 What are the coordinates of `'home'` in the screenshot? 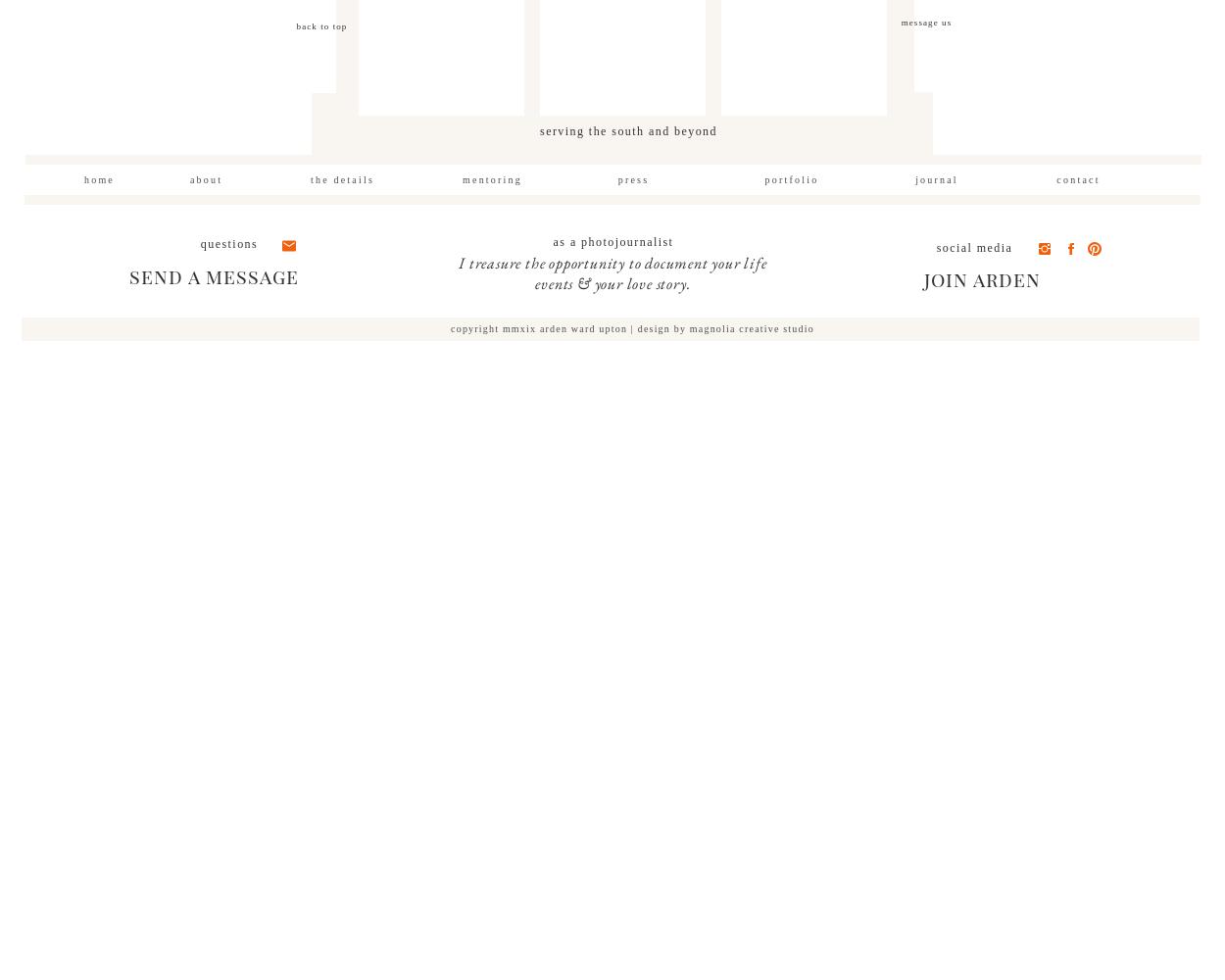 It's located at (98, 179).